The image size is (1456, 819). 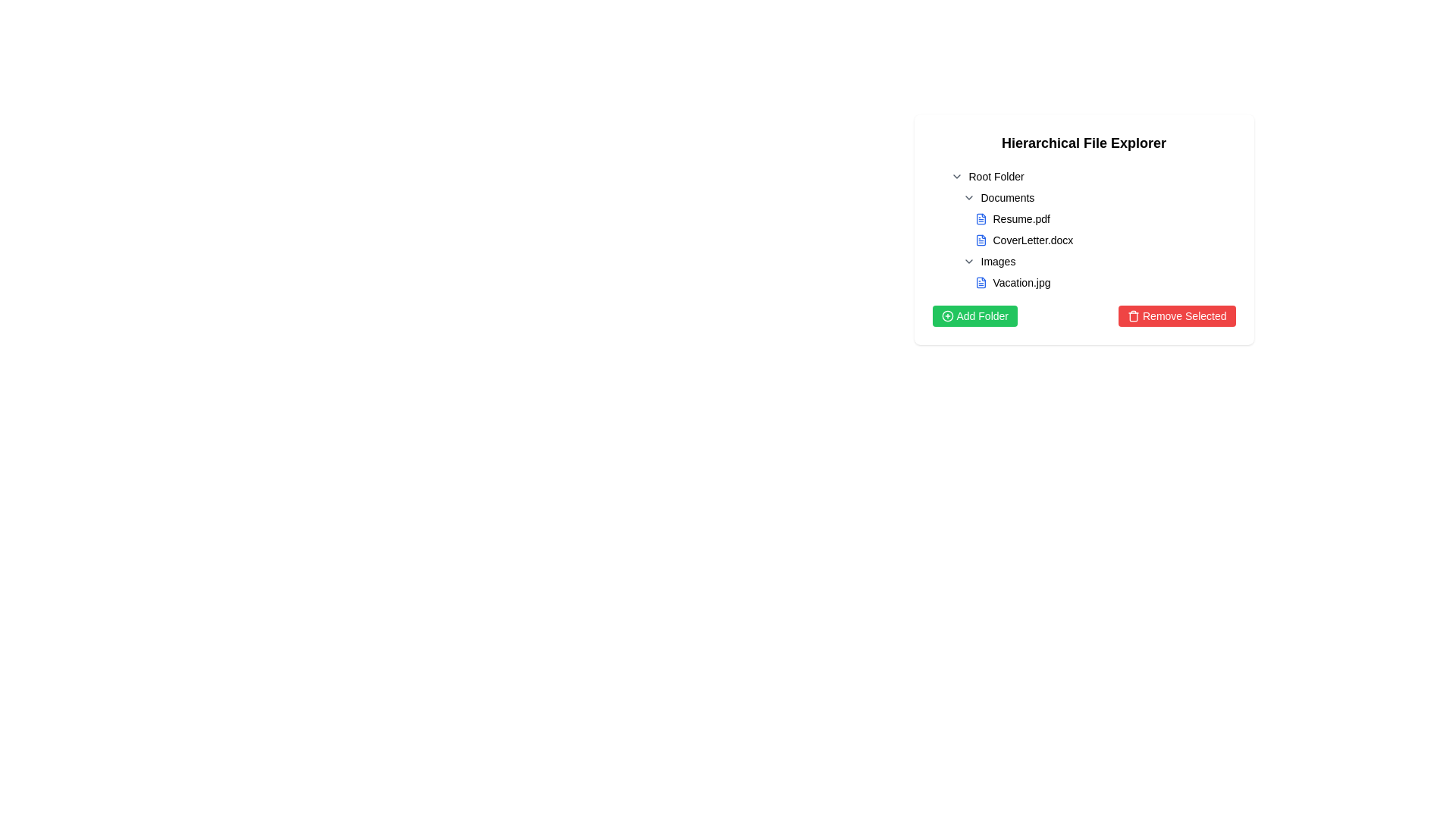 What do you see at coordinates (1032, 239) in the screenshot?
I see `the text label displaying the name of the document in the file explorer` at bounding box center [1032, 239].